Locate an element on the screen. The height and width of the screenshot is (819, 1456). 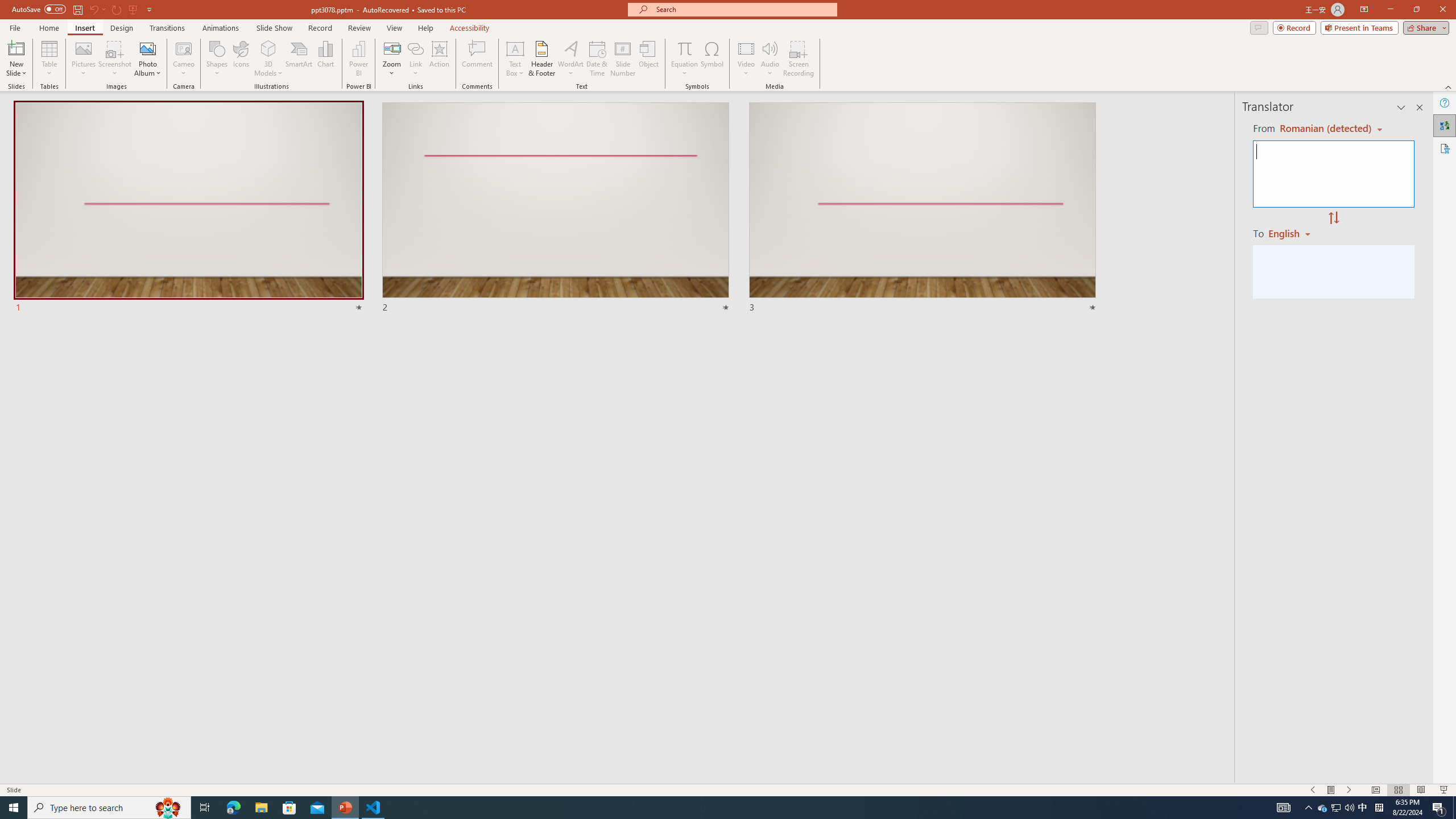
'Slide Show Previous On' is located at coordinates (1313, 790).